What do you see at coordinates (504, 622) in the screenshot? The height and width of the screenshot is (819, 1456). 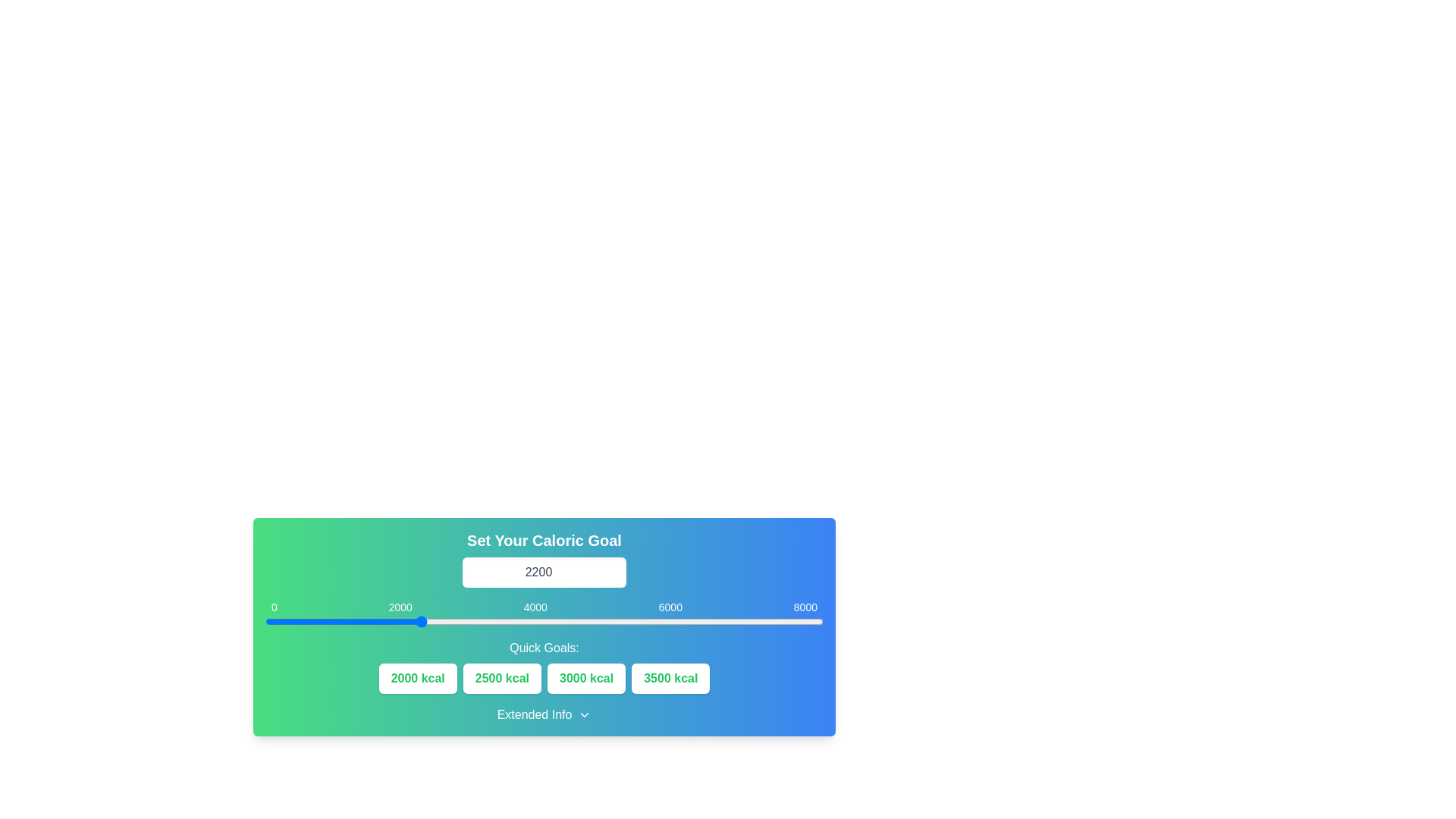 I see `the caloric goal` at bounding box center [504, 622].